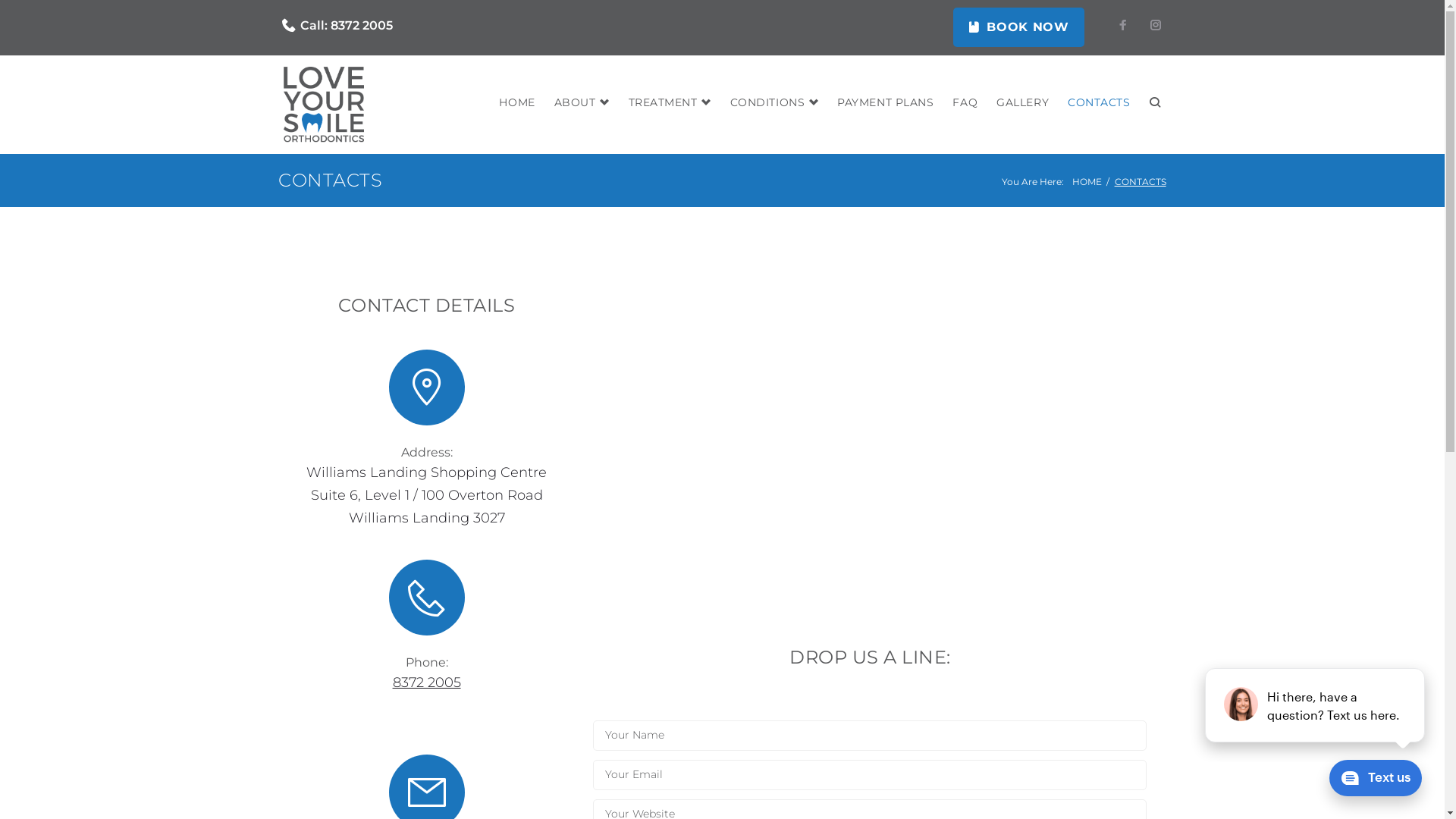 The image size is (1456, 819). What do you see at coordinates (516, 102) in the screenshot?
I see `'HOME'` at bounding box center [516, 102].